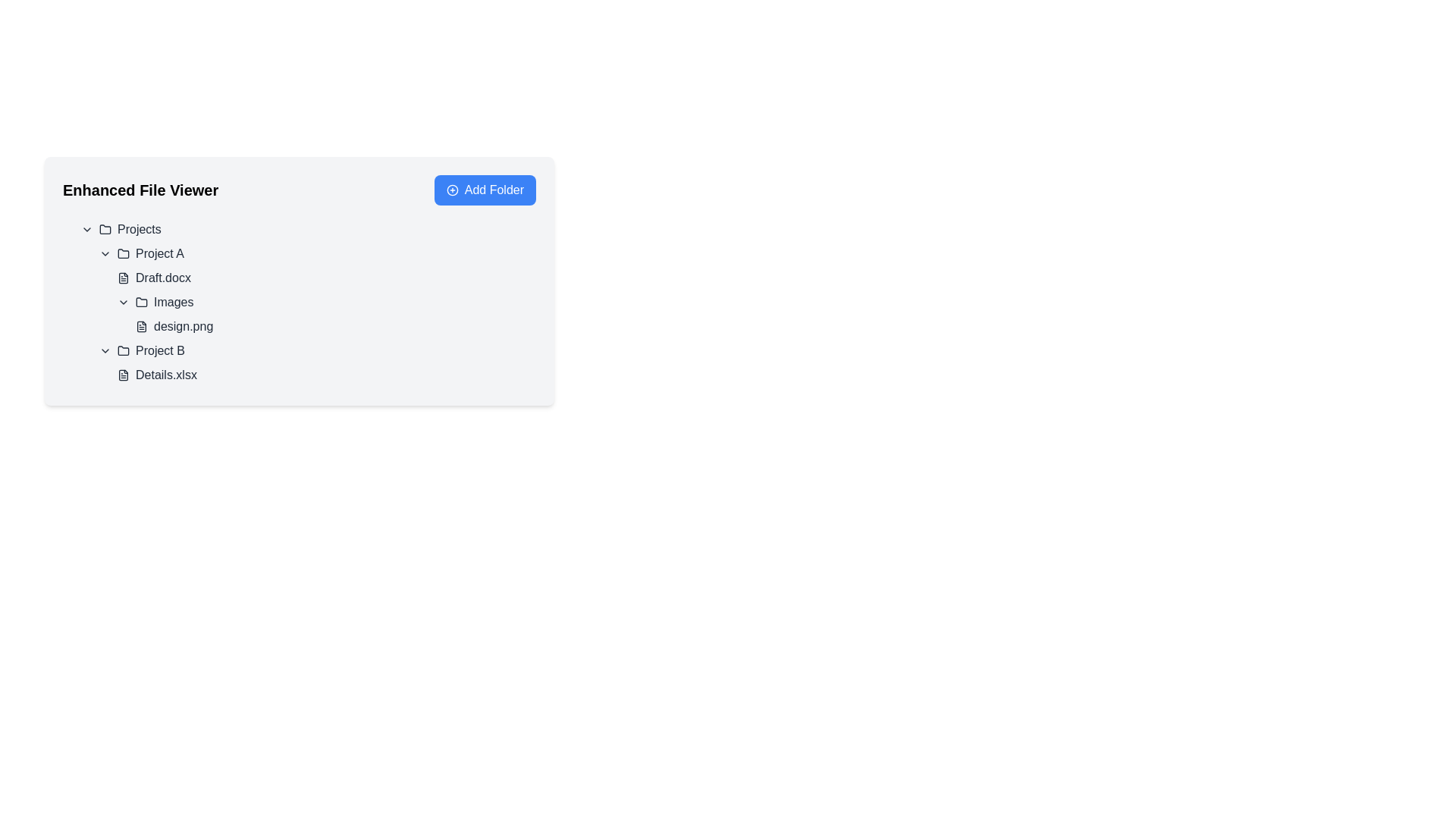 The height and width of the screenshot is (819, 1456). I want to click on the icon button located before the 'Images' text, so click(124, 302).